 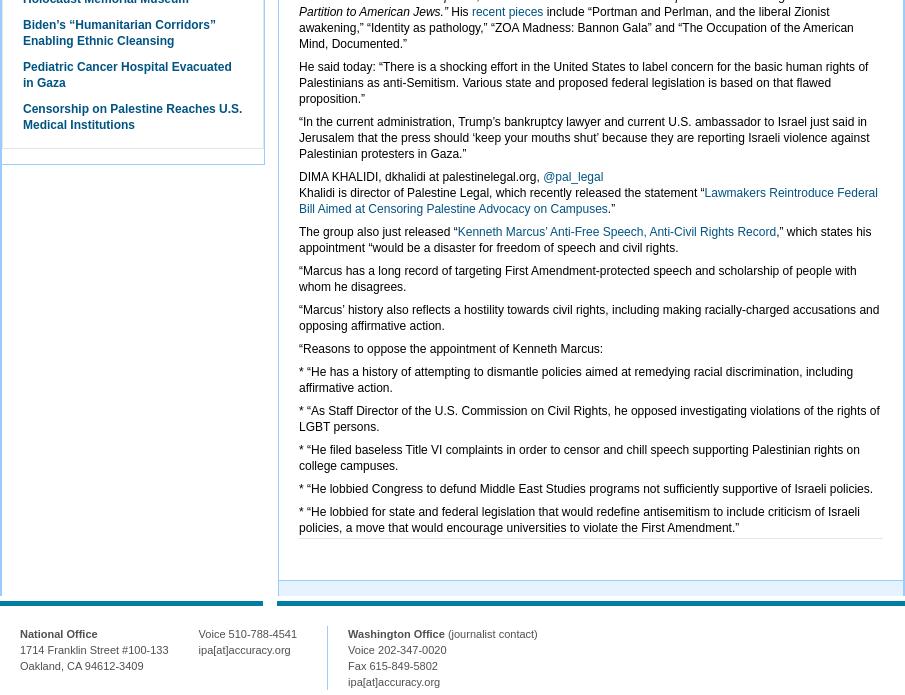 I want to click on 'Lawmakers Reintroduce Federal Bill Aimed at Censoring Palestine Advocacy on Campuses', so click(x=299, y=200).